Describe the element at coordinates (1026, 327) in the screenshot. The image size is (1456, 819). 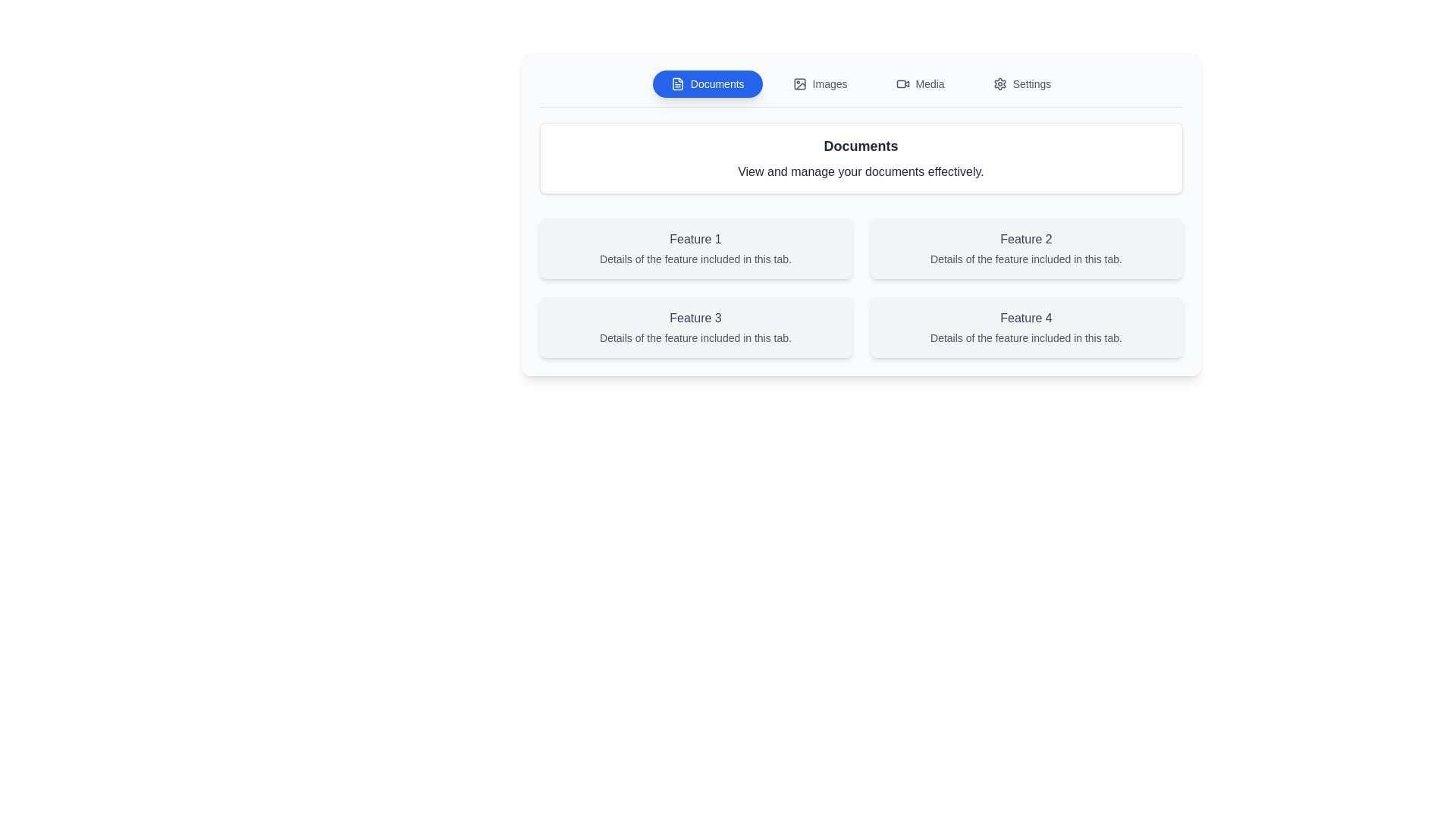
I see `the Informational card displaying 'Feature 4' with a light gray background located in the bottom-right corner of the grid` at that location.